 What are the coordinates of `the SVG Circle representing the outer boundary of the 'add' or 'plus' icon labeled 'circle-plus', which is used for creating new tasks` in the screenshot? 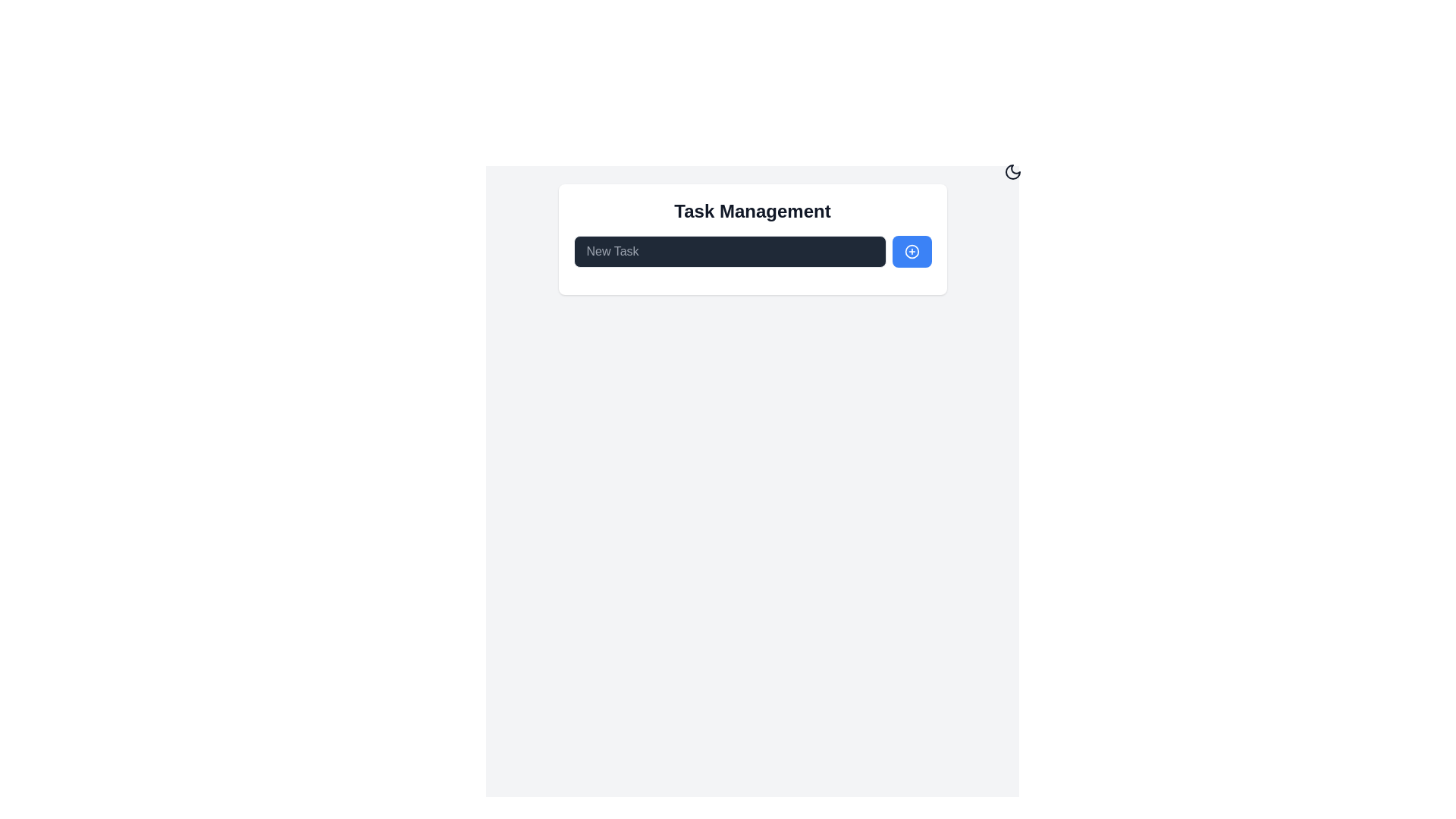 It's located at (911, 250).